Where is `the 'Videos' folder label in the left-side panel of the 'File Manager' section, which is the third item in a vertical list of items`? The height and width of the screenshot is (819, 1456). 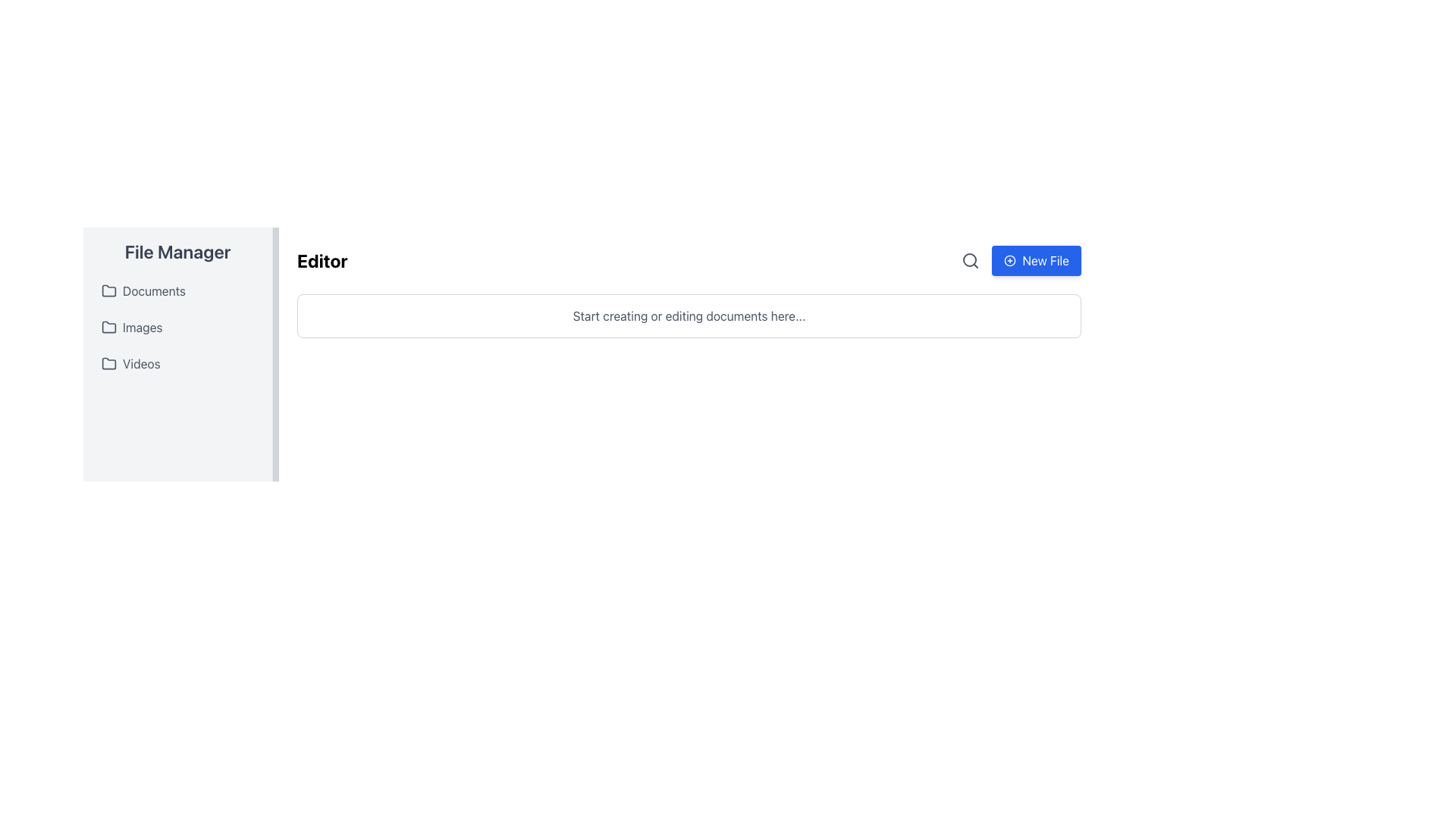 the 'Videos' folder label in the left-side panel of the 'File Manager' section, which is the third item in a vertical list of items is located at coordinates (141, 363).